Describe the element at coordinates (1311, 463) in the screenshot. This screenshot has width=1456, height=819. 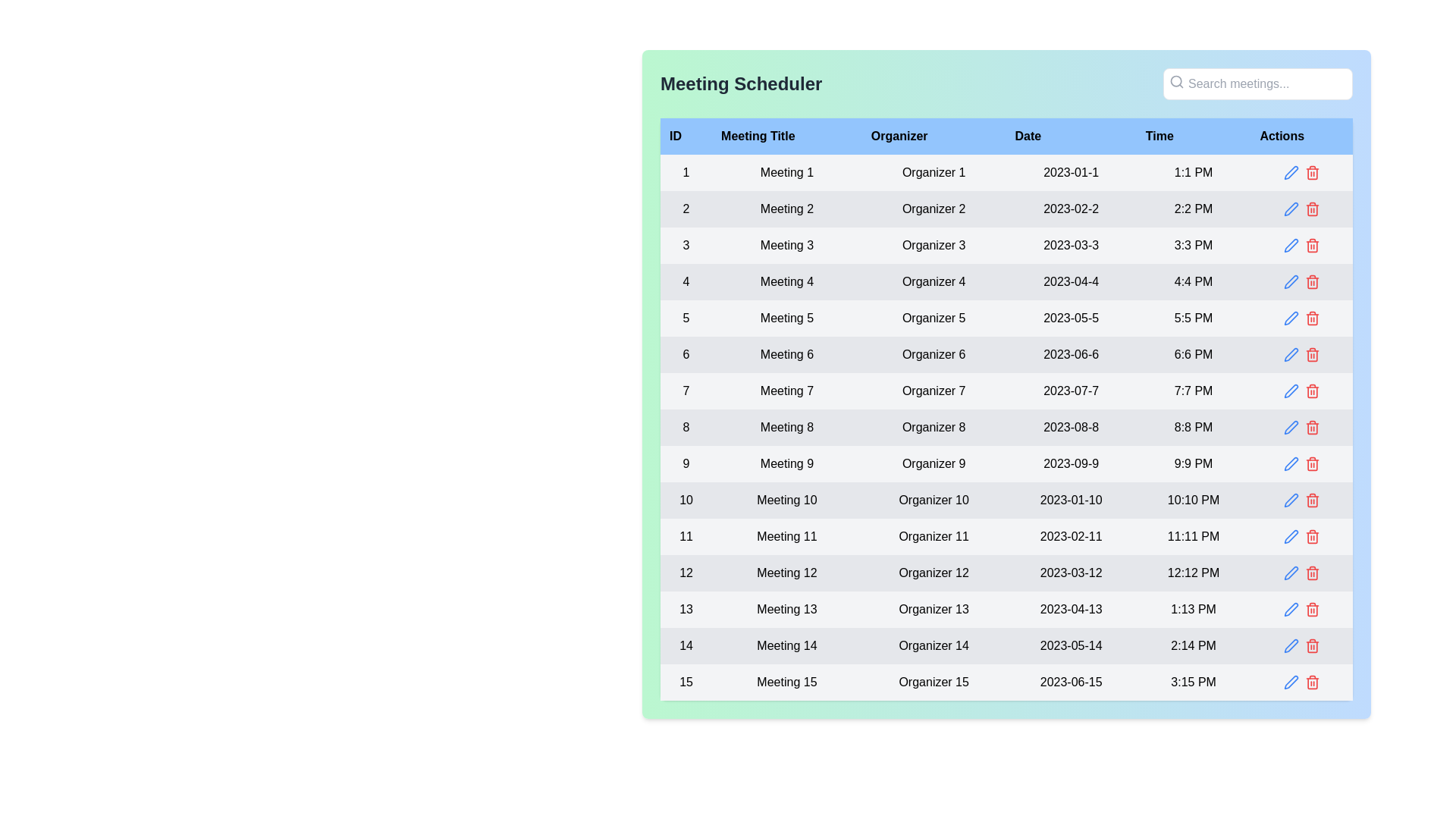
I see `the red trash can icon button located in the 'Actions' column of the meeting table for 'Meeting 9', positioned to the right of the blue edit icon` at that location.